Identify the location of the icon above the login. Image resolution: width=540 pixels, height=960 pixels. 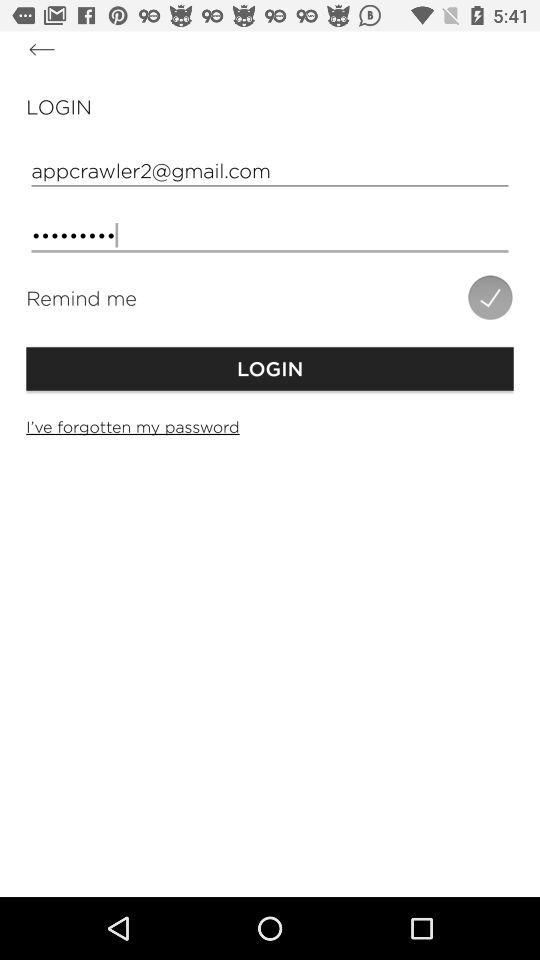
(42, 48).